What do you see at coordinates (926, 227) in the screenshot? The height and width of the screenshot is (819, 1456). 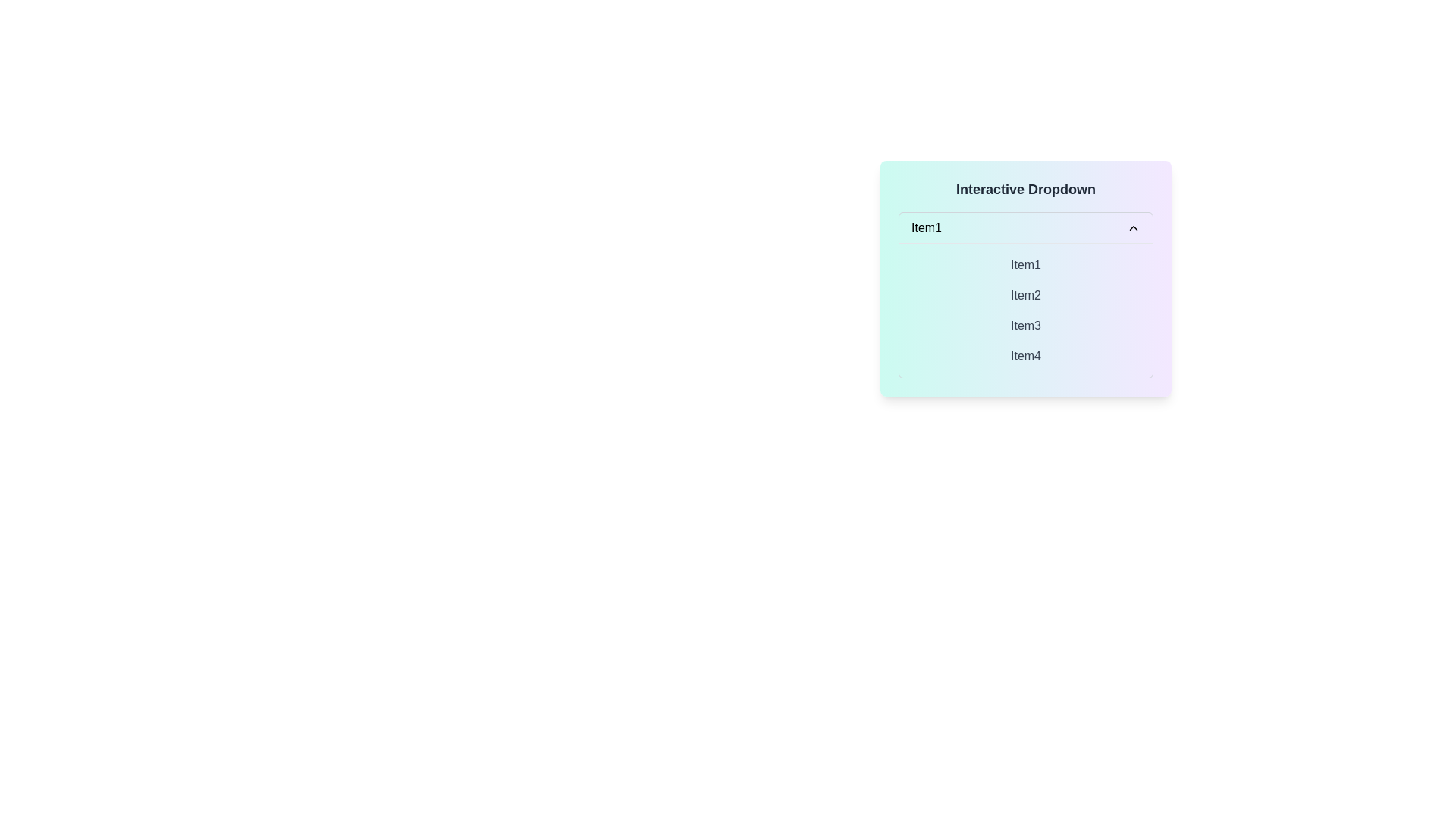 I see `text from the Text Label that displays the currently selected item in the dropdown menu located at the top-left corner of the dropdown options` at bounding box center [926, 227].